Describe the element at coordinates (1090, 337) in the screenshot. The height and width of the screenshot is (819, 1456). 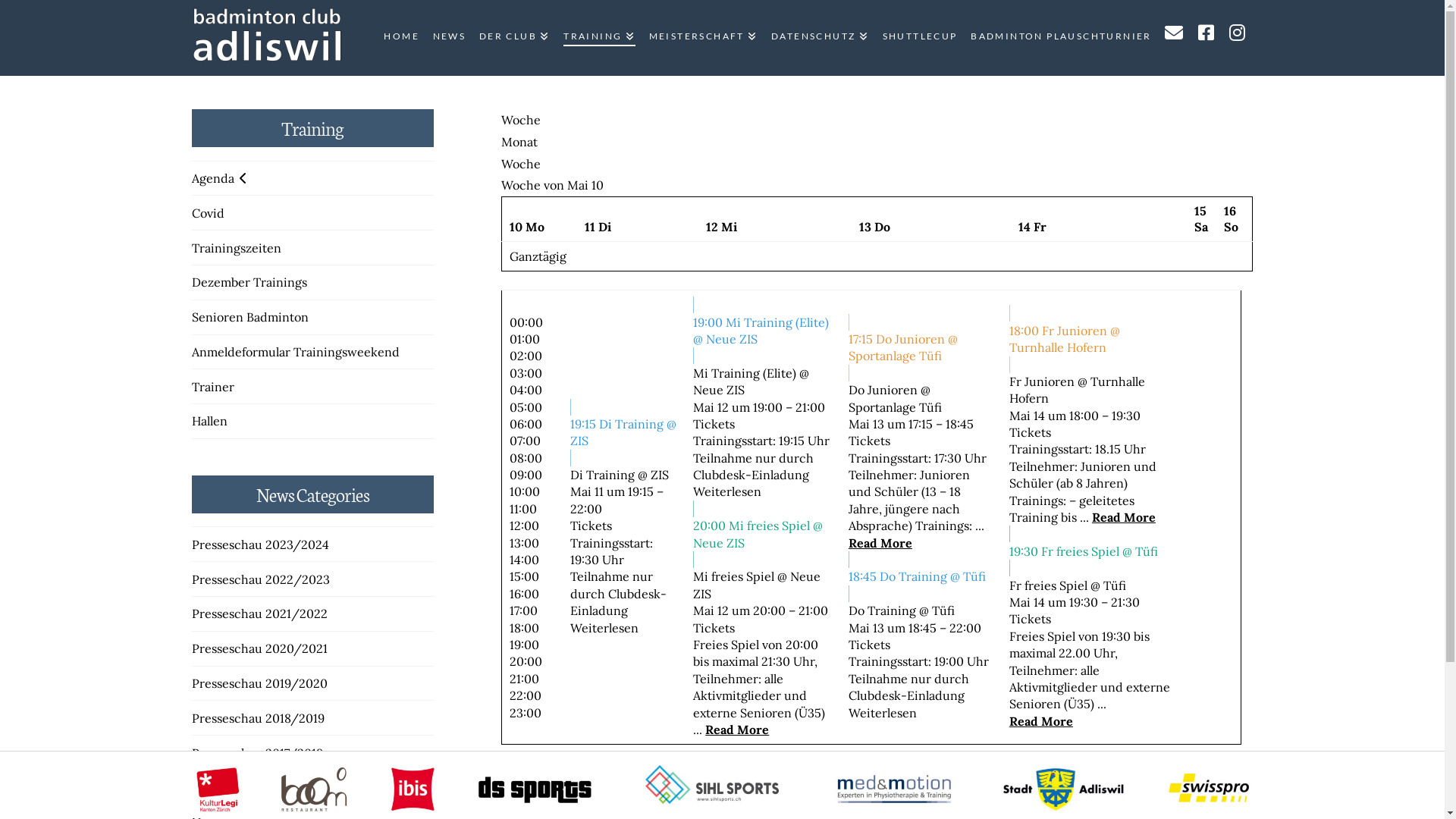
I see `'18:00 Fr Junioren @ Turnhalle Hofern'` at that location.